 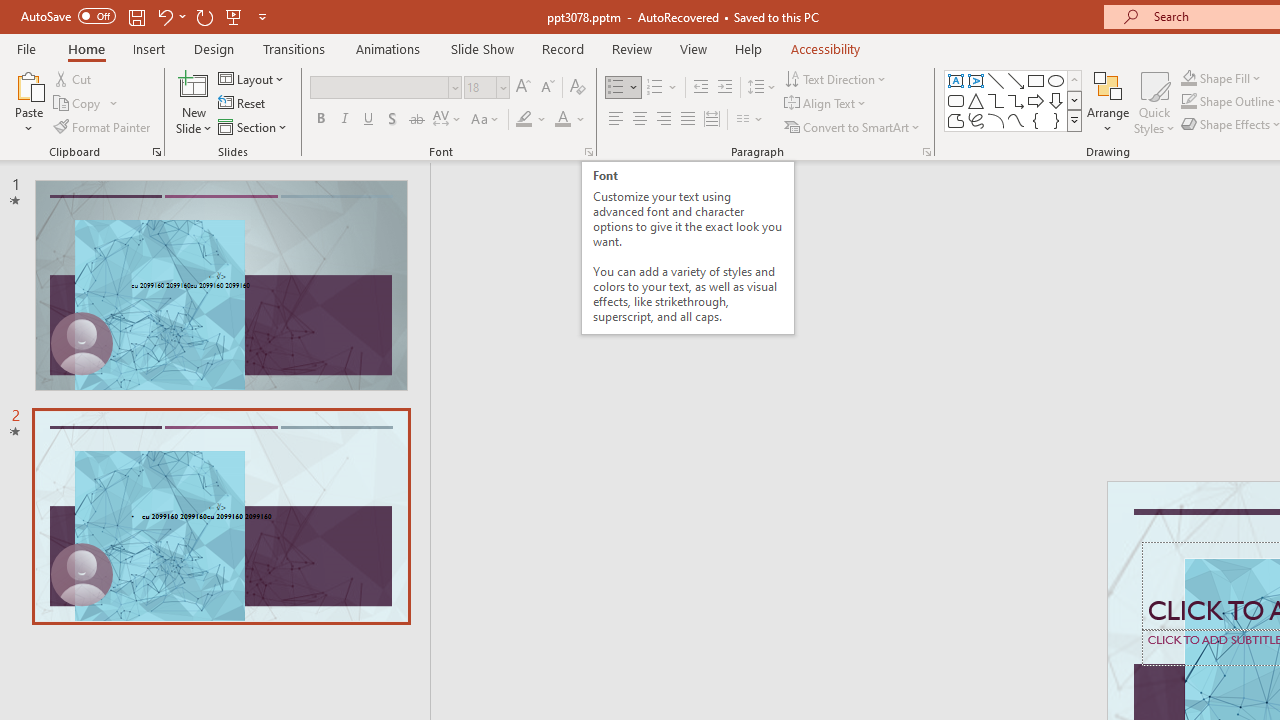 What do you see at coordinates (486, 119) in the screenshot?
I see `'Change Case'` at bounding box center [486, 119].